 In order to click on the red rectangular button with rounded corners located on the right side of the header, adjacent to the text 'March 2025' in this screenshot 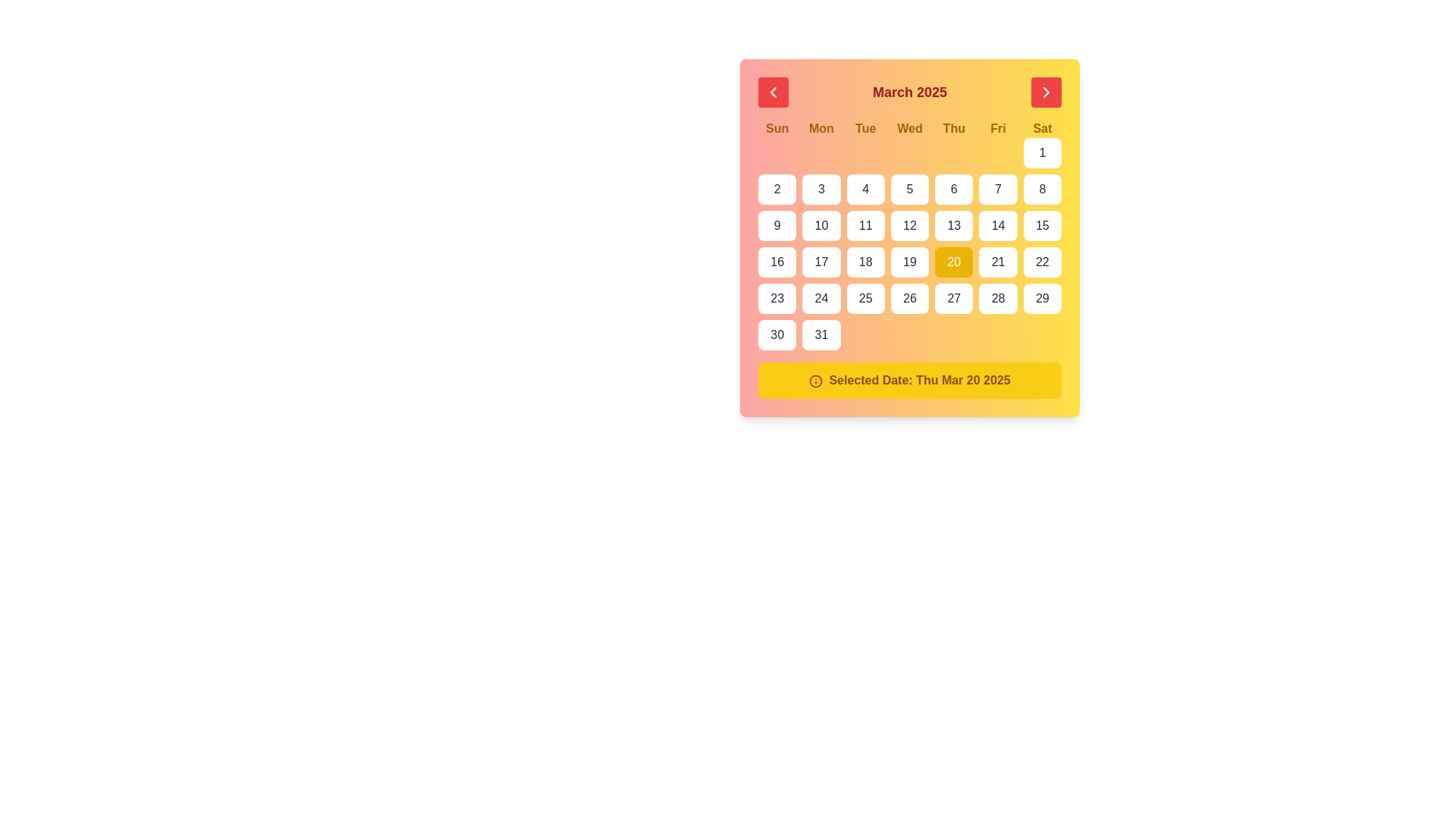, I will do `click(1046, 93)`.